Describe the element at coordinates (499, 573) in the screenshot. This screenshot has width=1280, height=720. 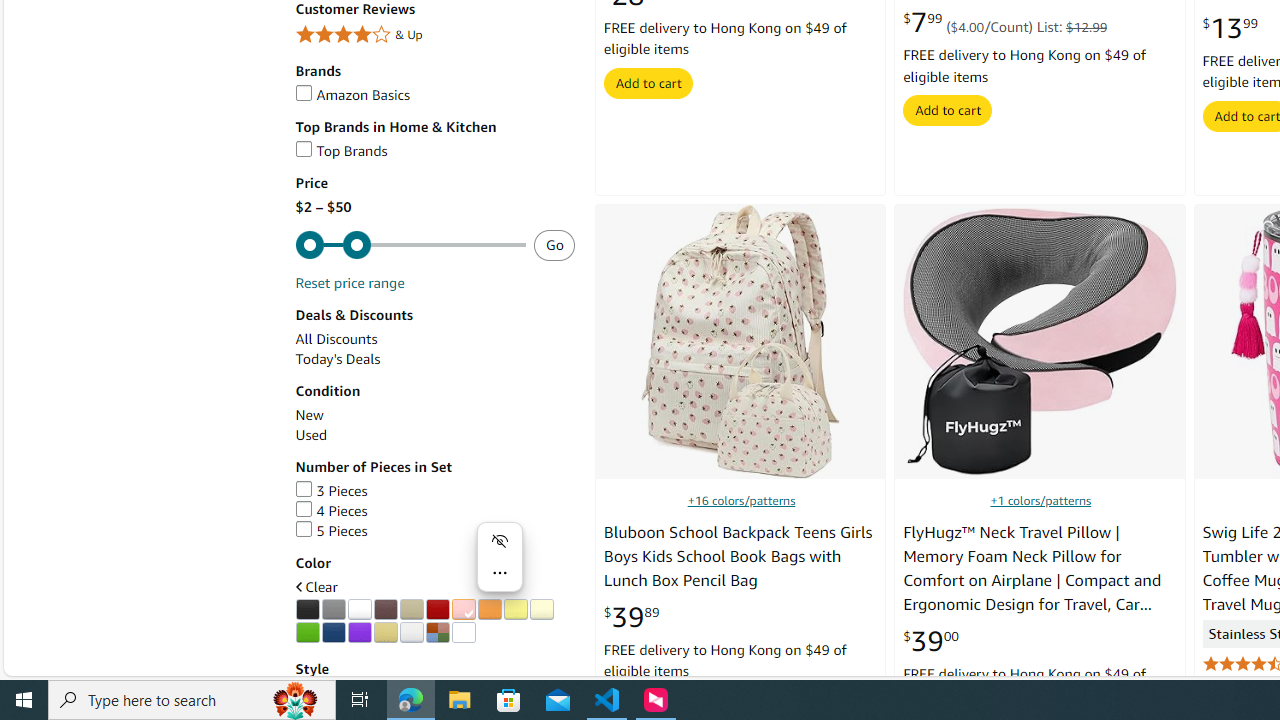
I see `'More actions'` at that location.